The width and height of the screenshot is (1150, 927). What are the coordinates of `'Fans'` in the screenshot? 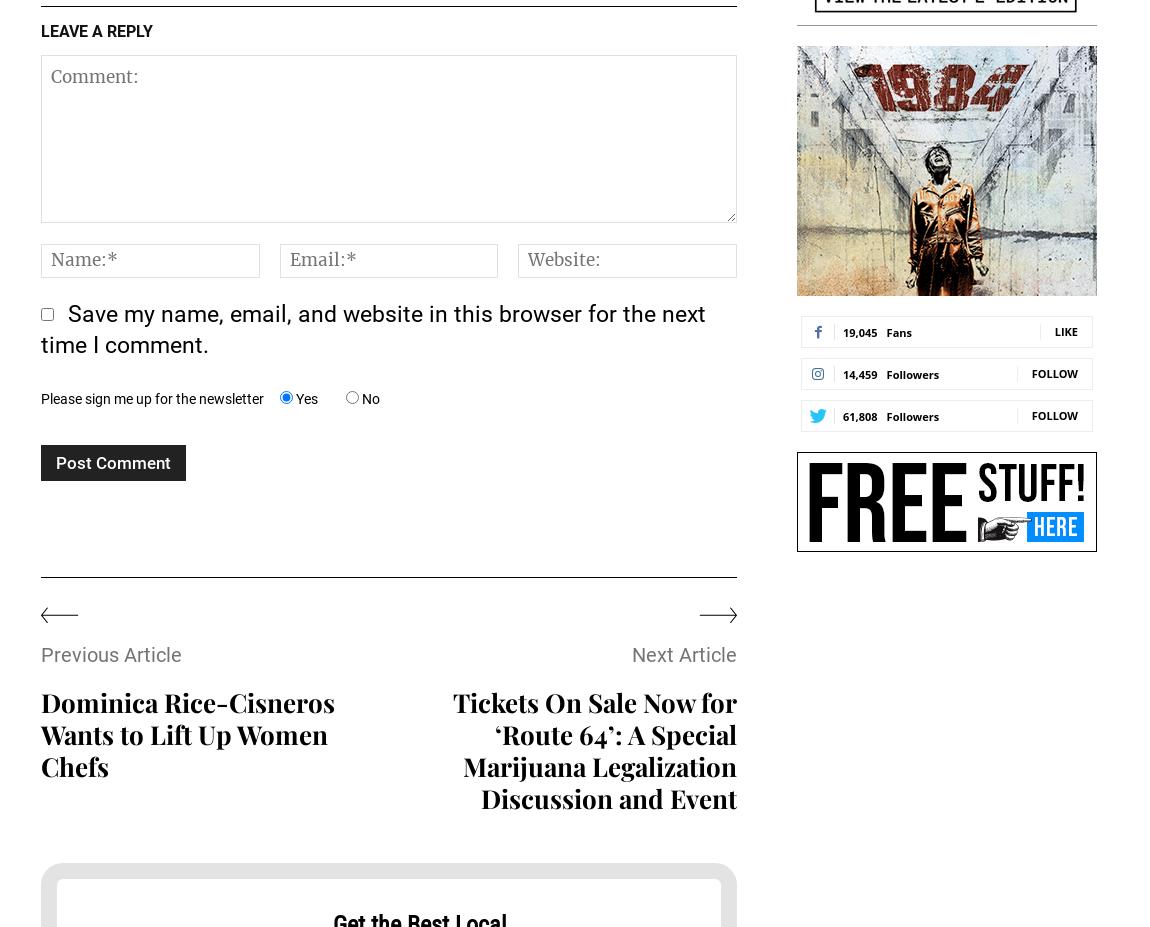 It's located at (885, 330).